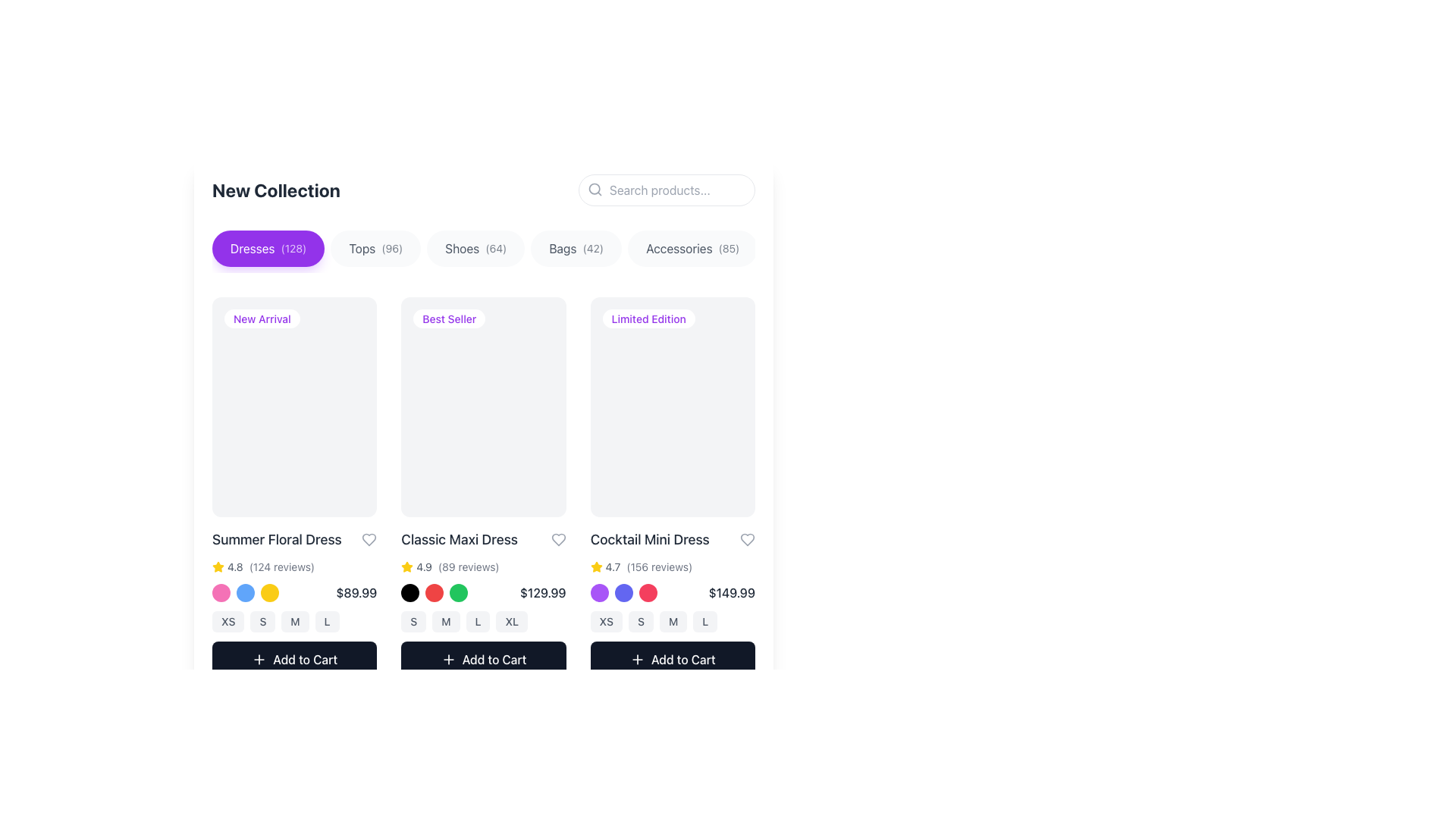  What do you see at coordinates (268, 247) in the screenshot?
I see `the first button labeled 'Dresses'` at bounding box center [268, 247].